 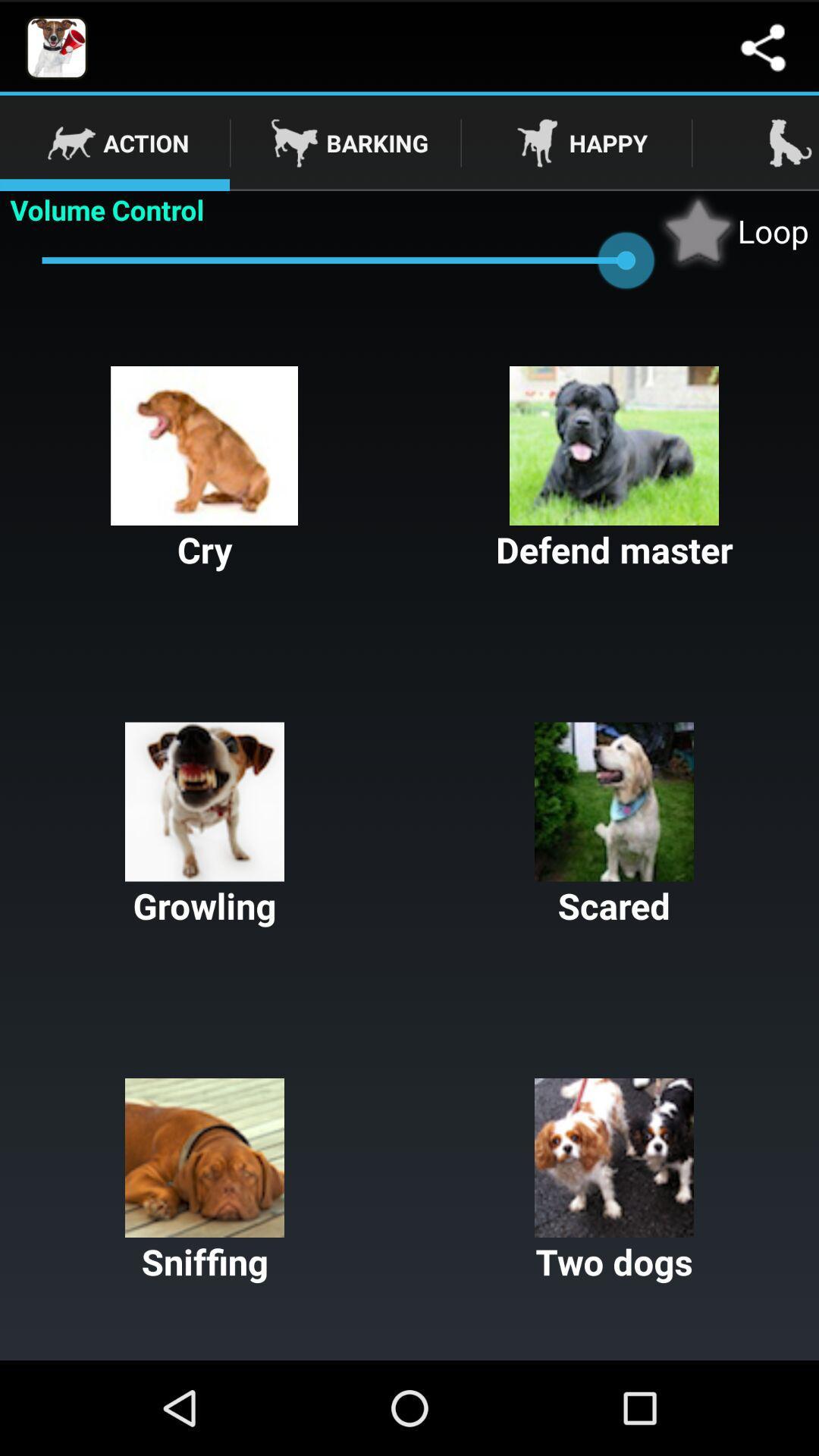 I want to click on item below growling, so click(x=205, y=1181).